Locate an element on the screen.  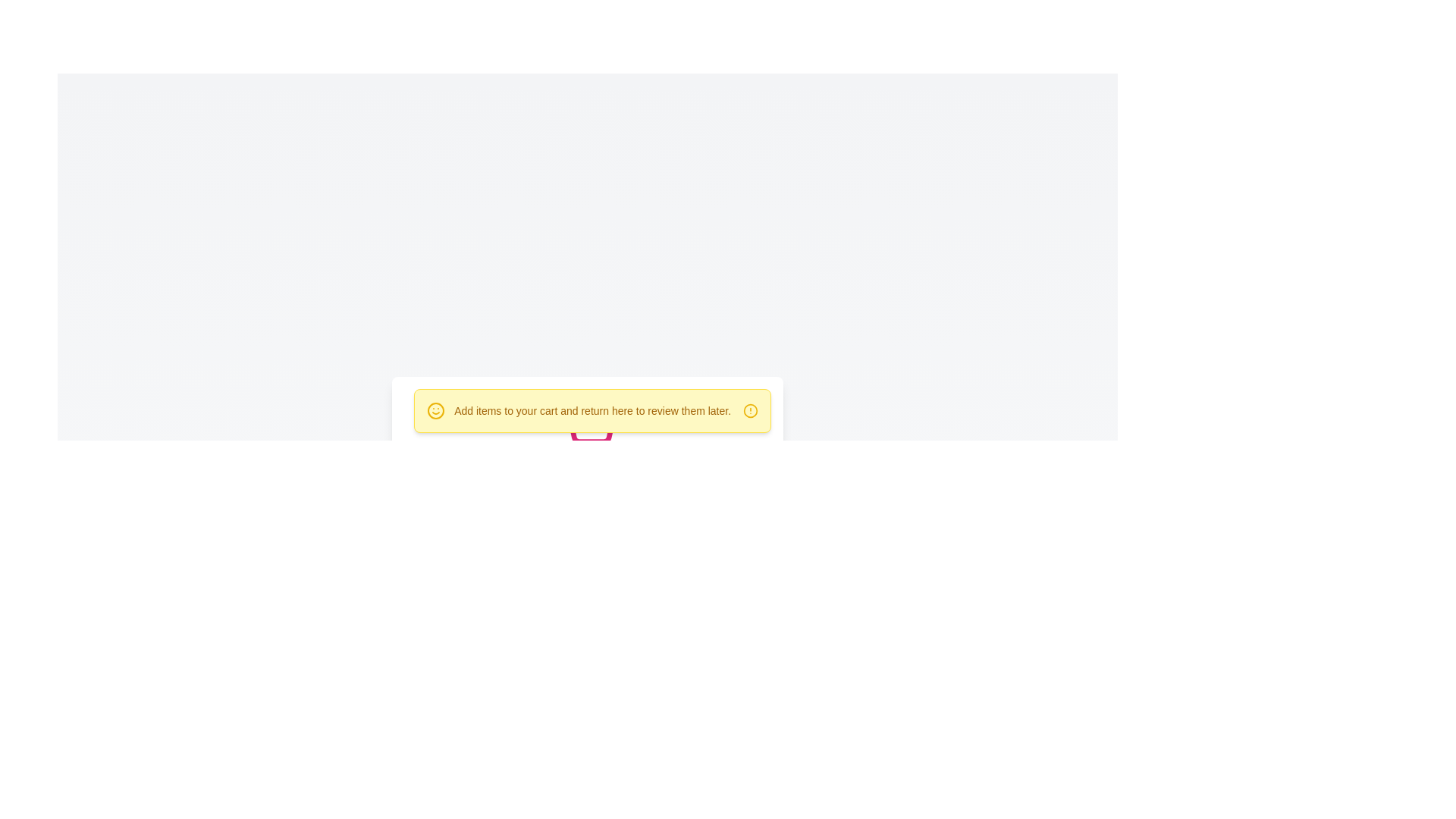
the Informative banner located at the top-right corner of the central panel is located at coordinates (591, 411).